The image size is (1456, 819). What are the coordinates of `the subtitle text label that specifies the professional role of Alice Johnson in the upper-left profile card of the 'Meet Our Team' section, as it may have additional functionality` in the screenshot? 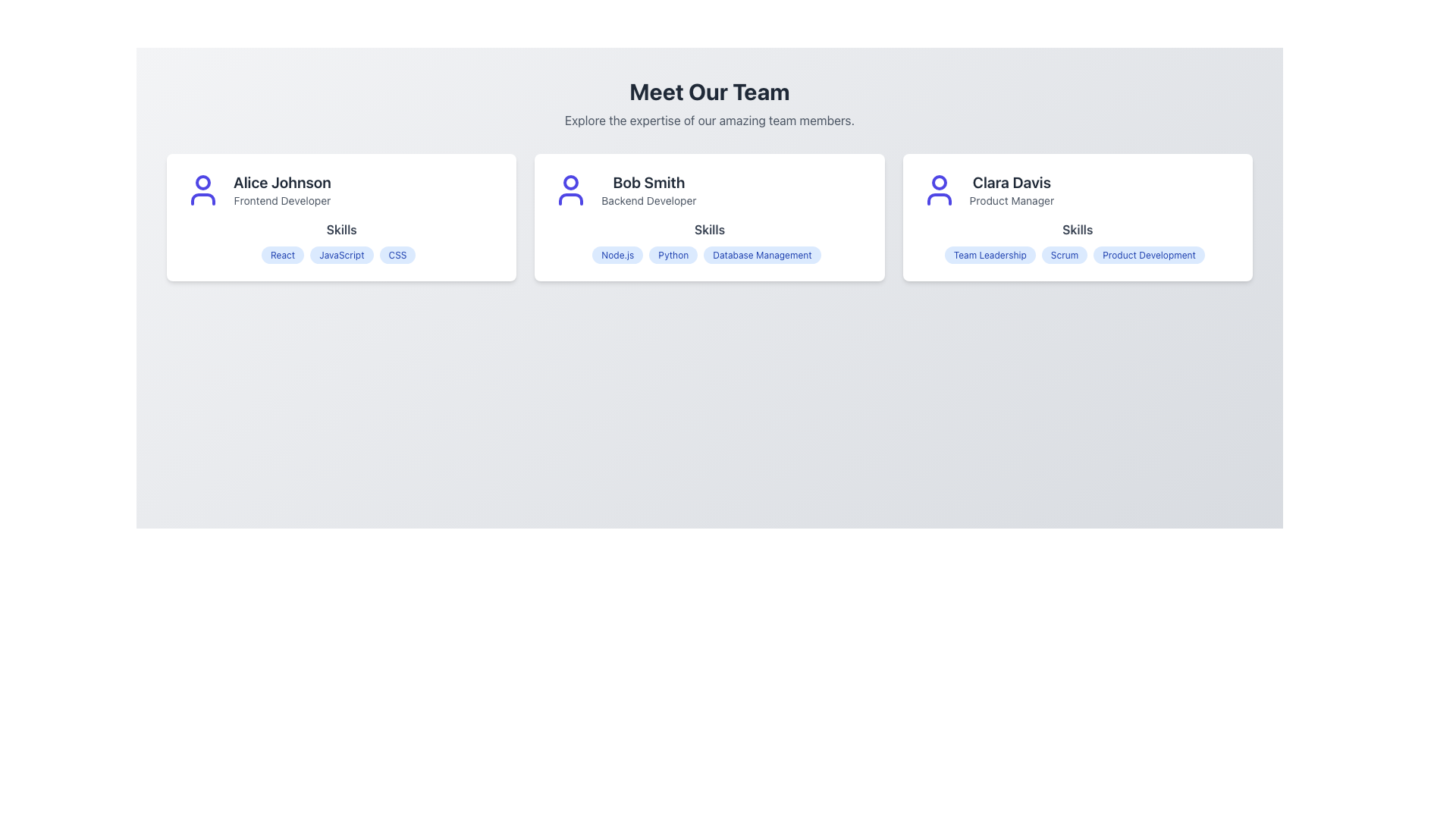 It's located at (282, 200).